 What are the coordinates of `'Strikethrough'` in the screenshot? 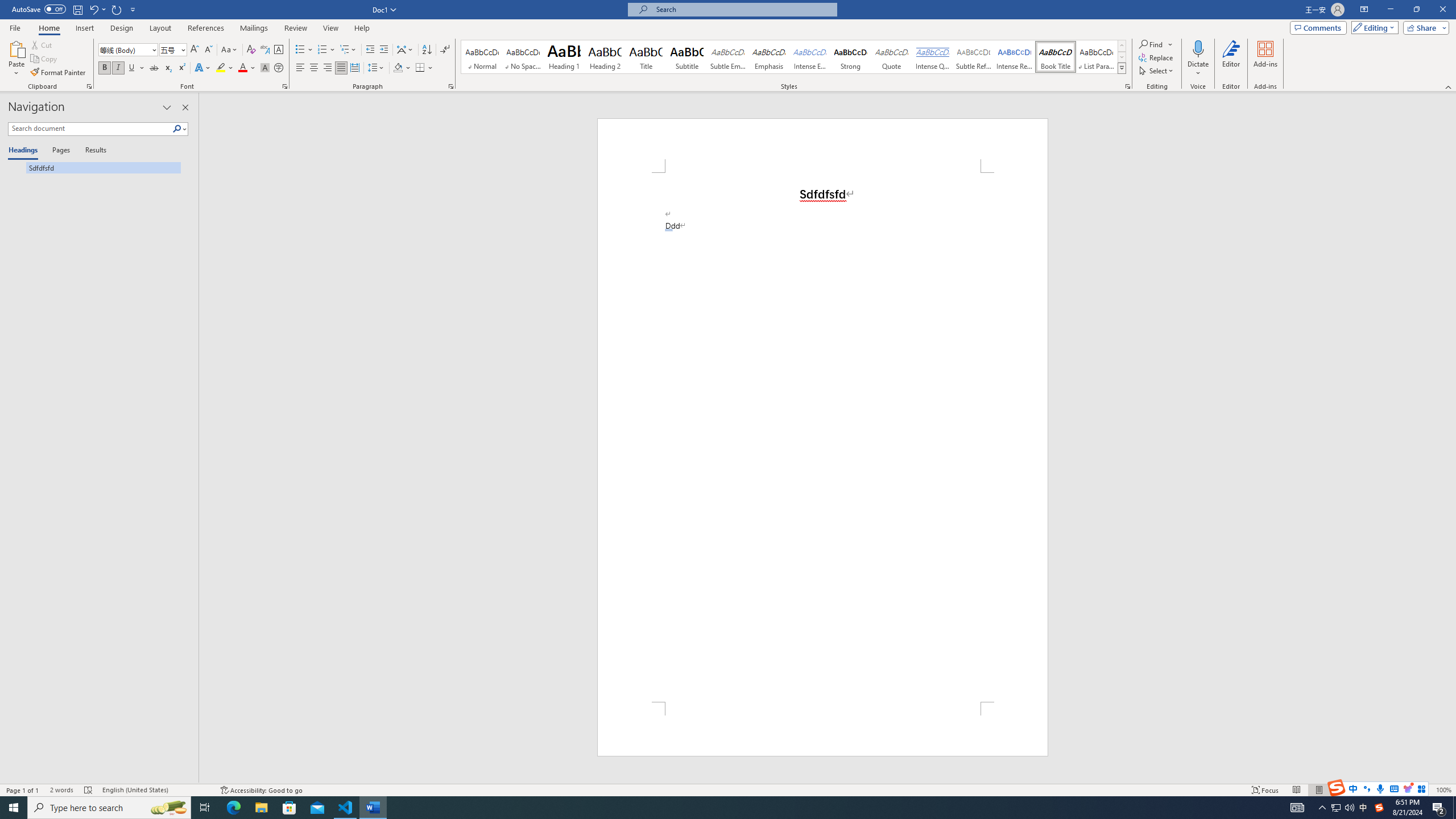 It's located at (154, 67).